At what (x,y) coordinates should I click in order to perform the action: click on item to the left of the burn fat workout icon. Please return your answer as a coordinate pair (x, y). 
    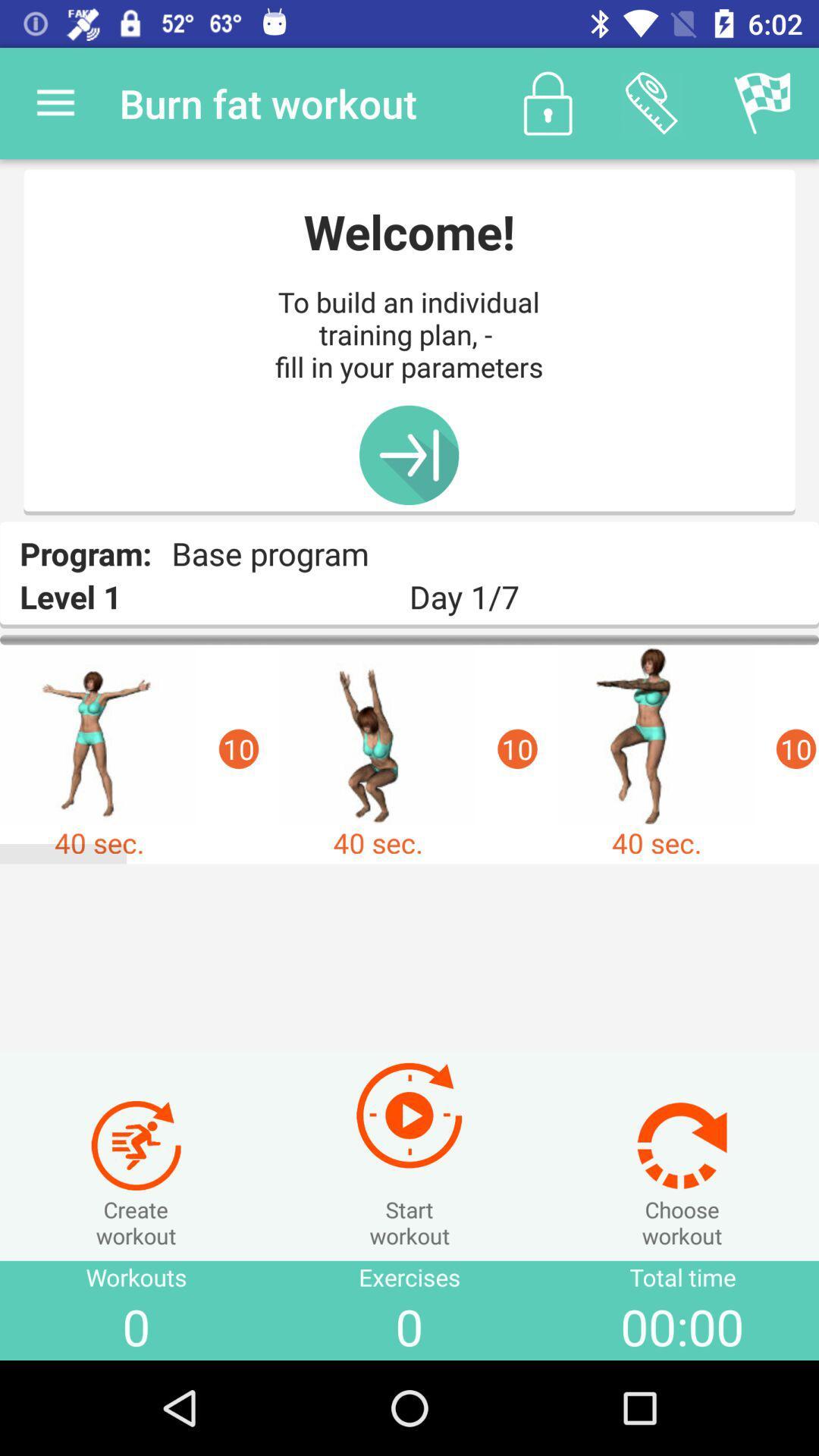
    Looking at the image, I should click on (55, 102).